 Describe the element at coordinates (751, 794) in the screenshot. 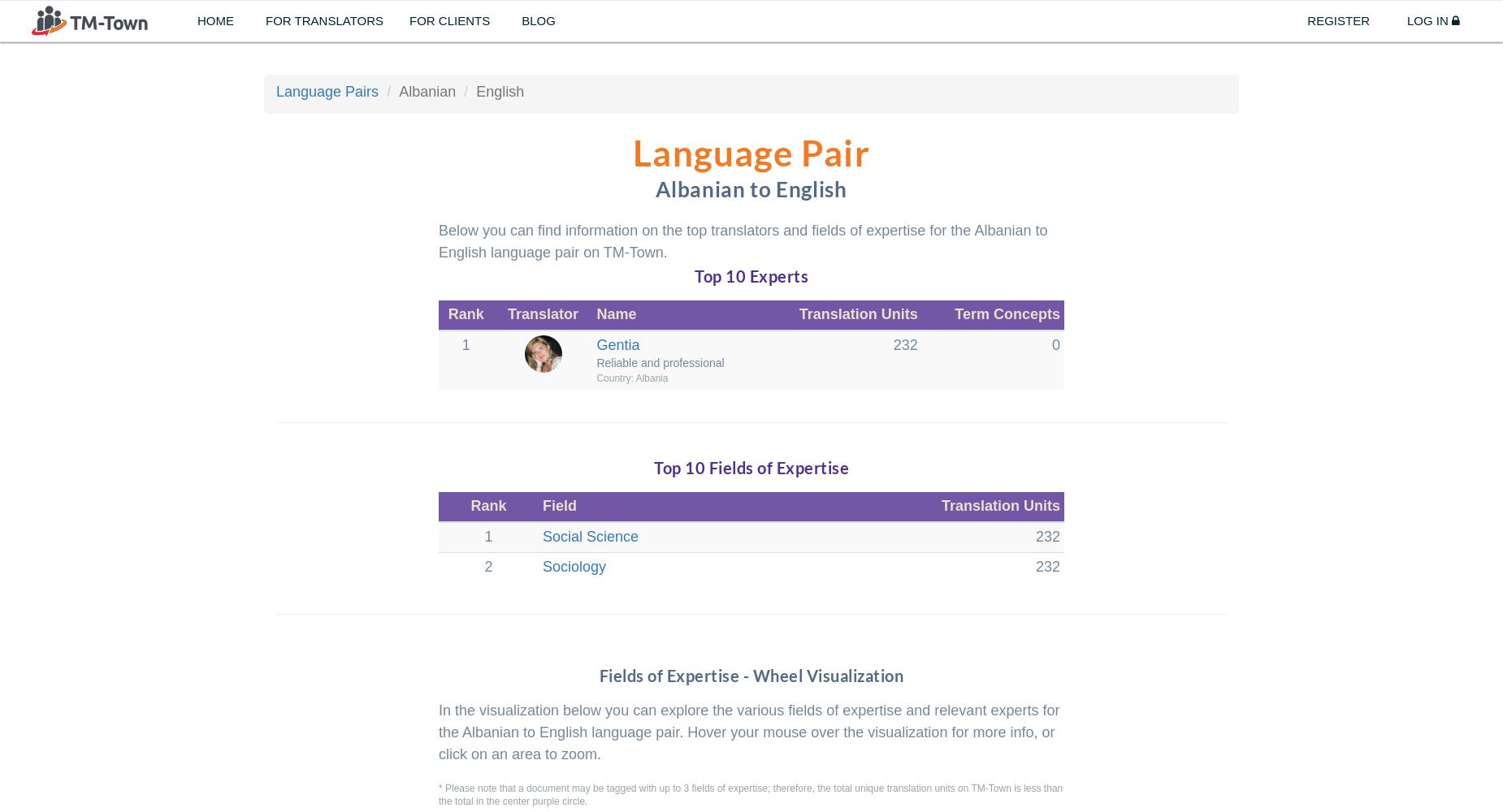

I see `'* Please note that a document may be tagged with up to 3 fields of expertise; therefore, the total unique translation units on TM-Town is less than the total in the center purple circle.'` at that location.